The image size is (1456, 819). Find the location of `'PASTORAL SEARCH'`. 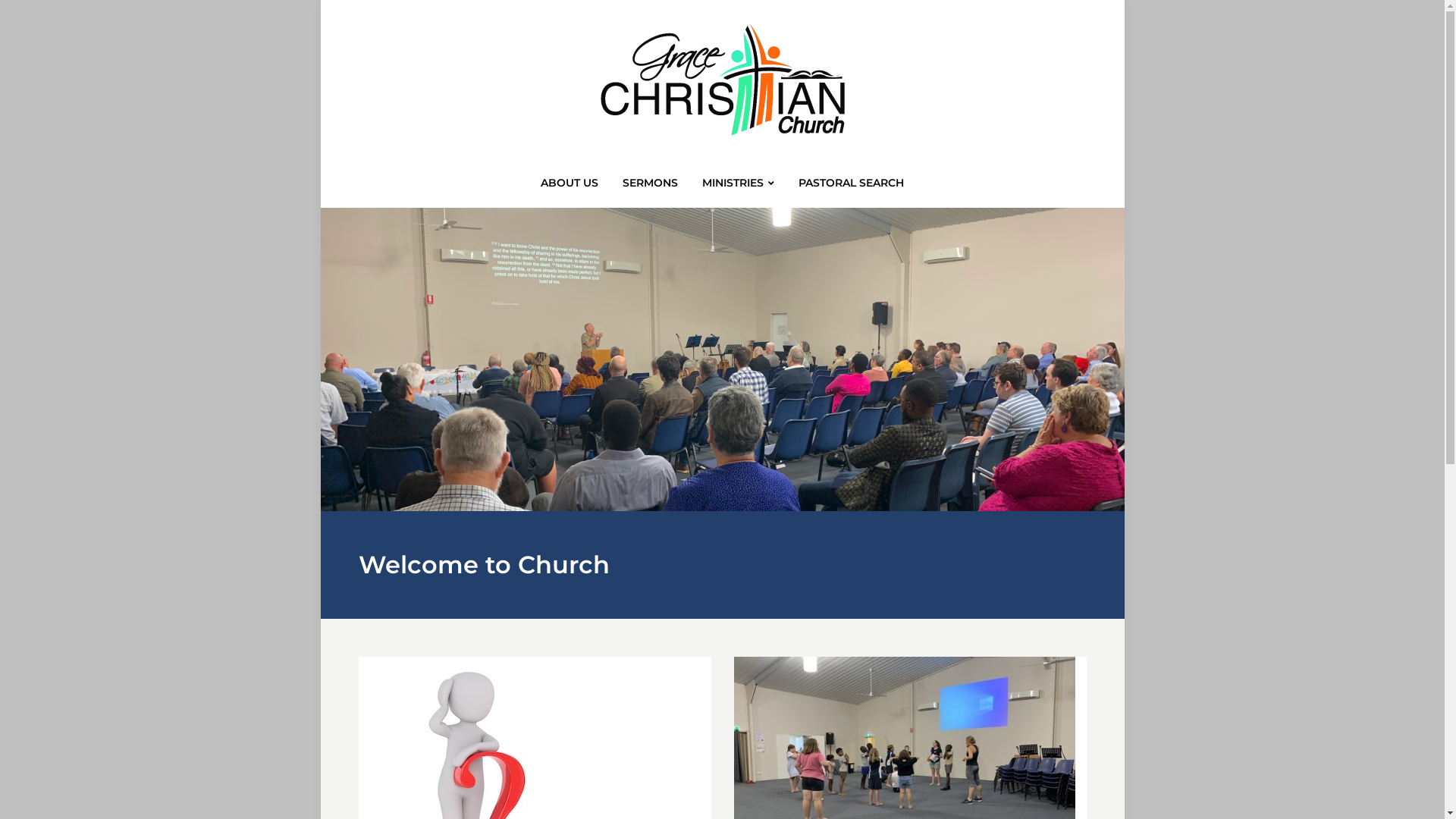

'PASTORAL SEARCH' is located at coordinates (795, 186).